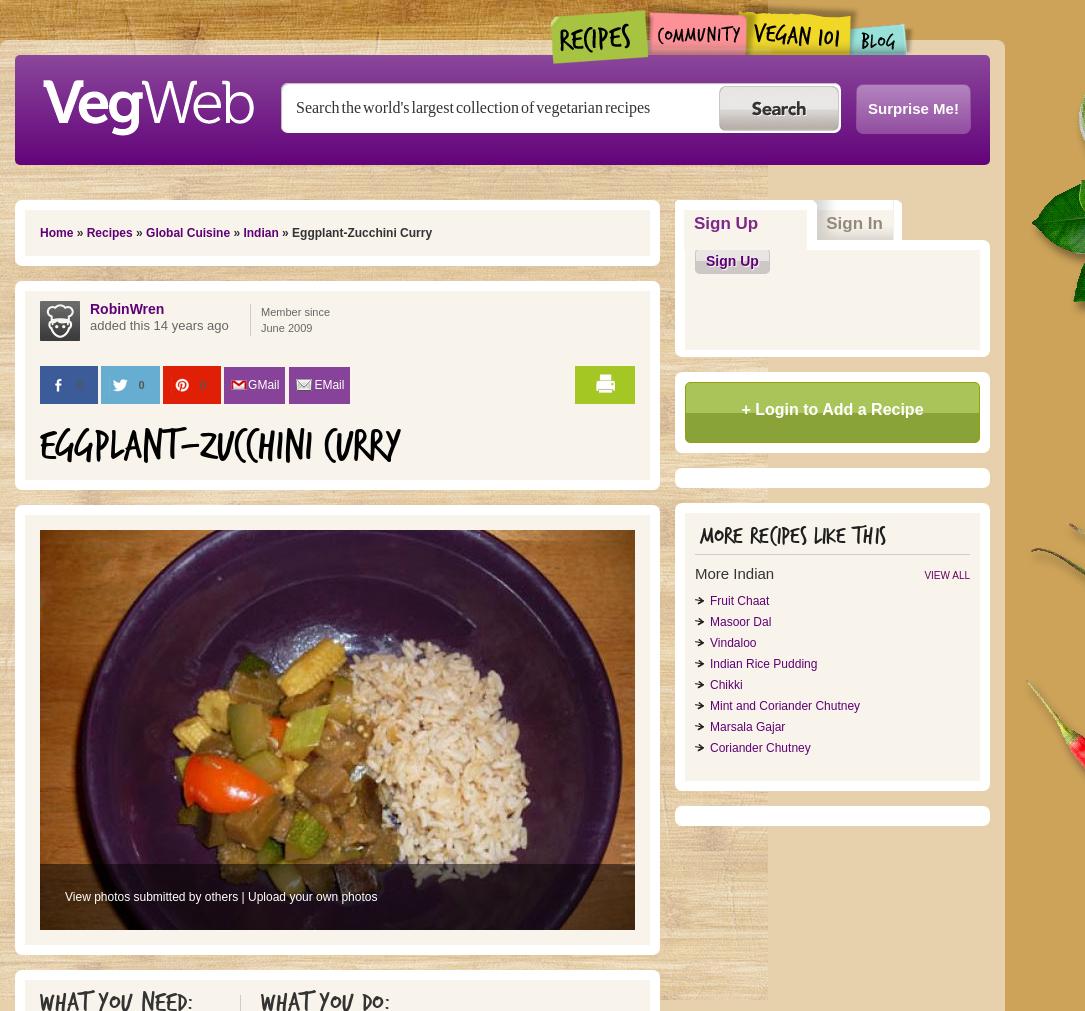 The height and width of the screenshot is (1011, 1085). What do you see at coordinates (826, 223) in the screenshot?
I see `'Sign In'` at bounding box center [826, 223].